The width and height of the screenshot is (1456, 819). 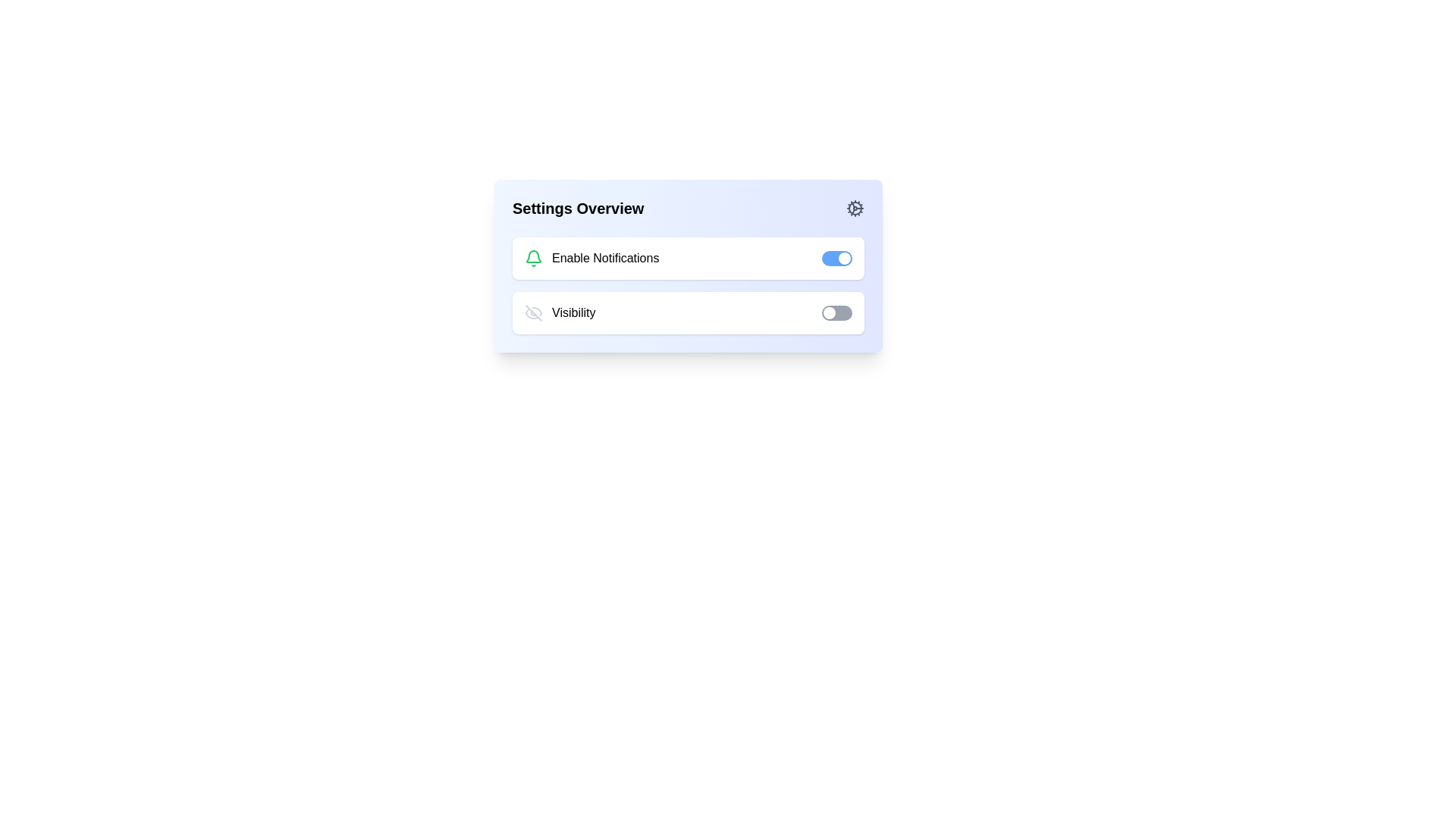 What do you see at coordinates (829, 312) in the screenshot?
I see `the draggable toggle handle located on the left side of the toggle switch in the 'Visibility' row of the 'Settings Overview' panel` at bounding box center [829, 312].